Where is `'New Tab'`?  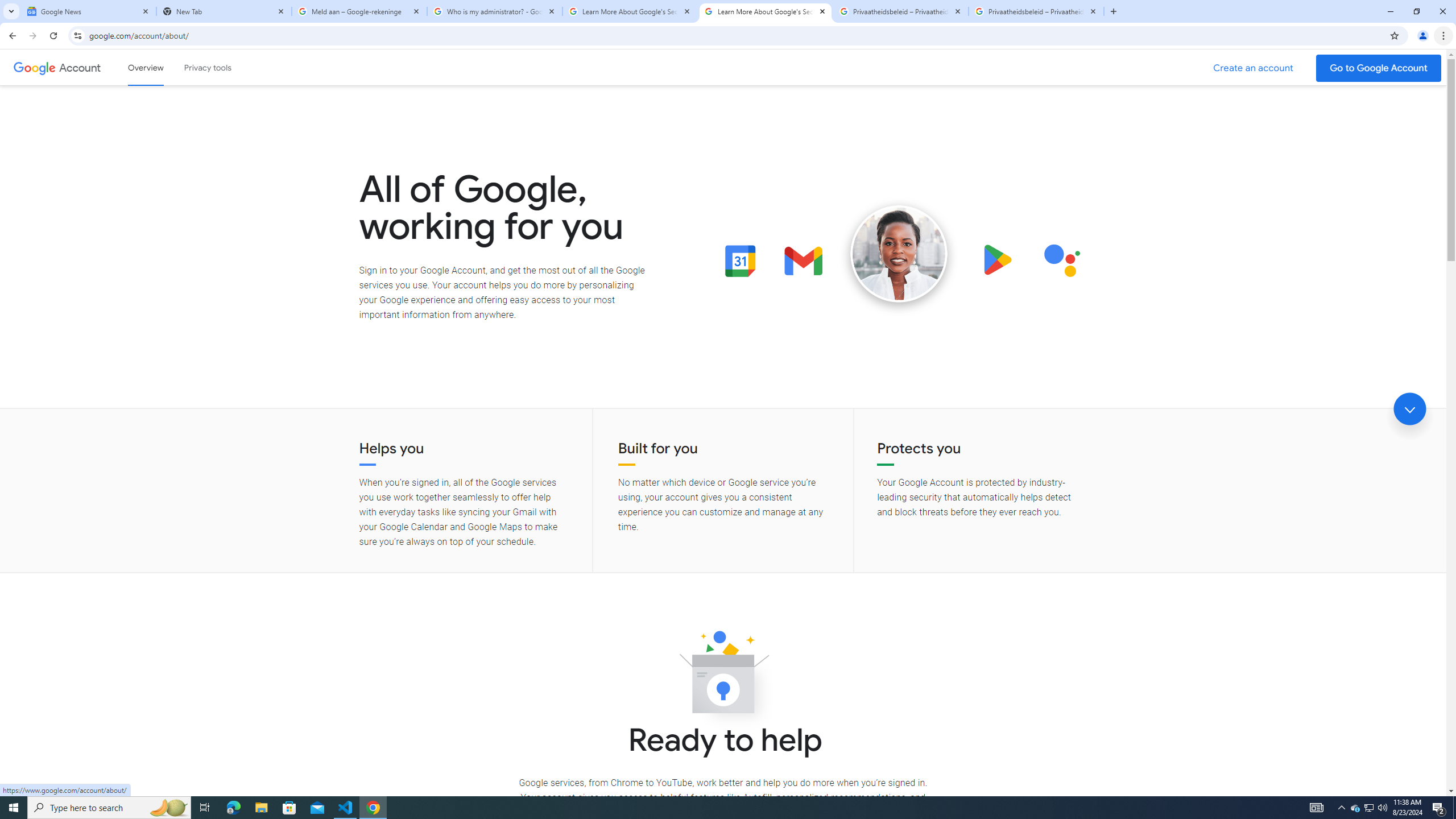
'New Tab' is located at coordinates (224, 11).